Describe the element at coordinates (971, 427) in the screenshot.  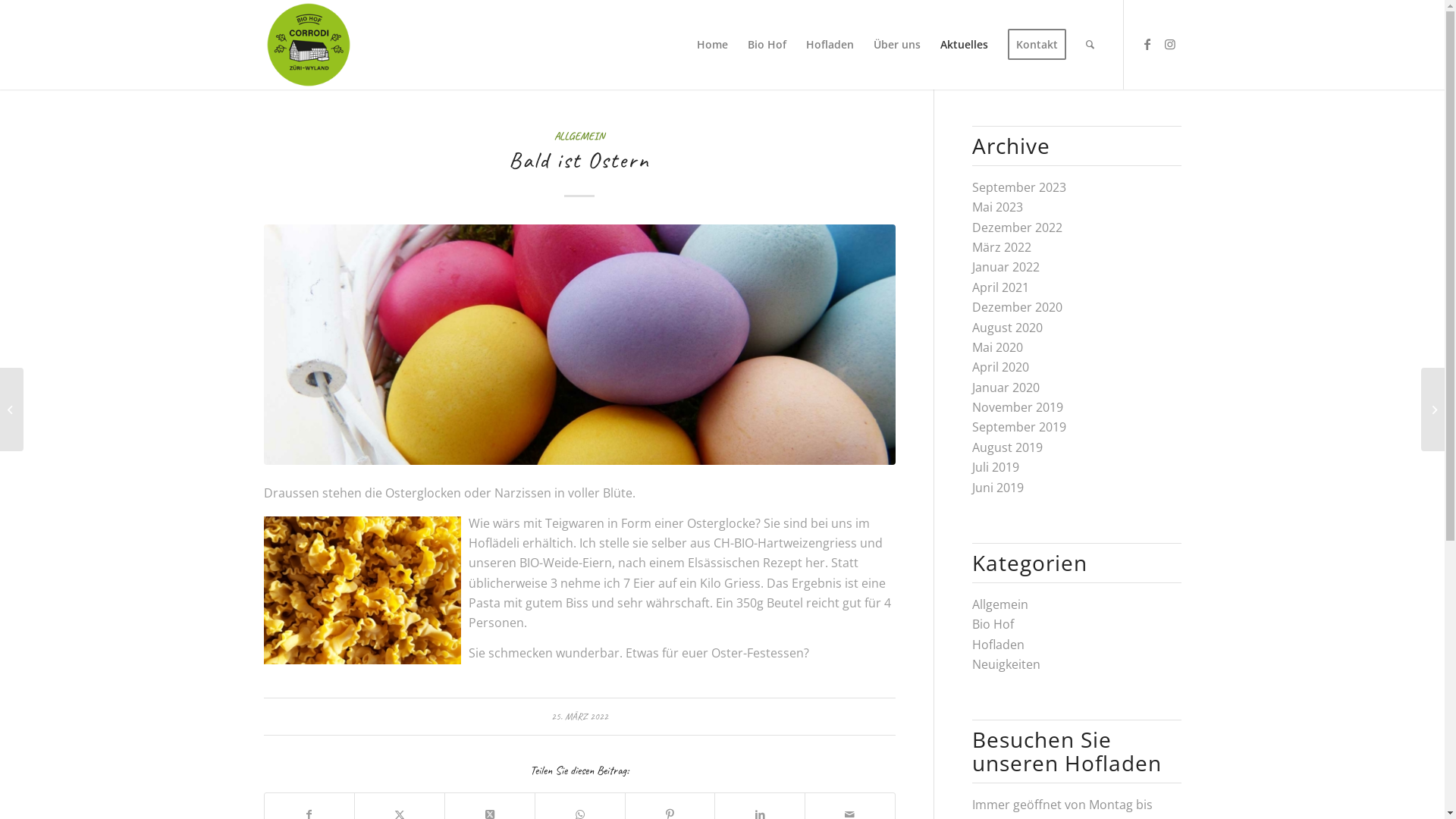
I see `'September 2019'` at that location.